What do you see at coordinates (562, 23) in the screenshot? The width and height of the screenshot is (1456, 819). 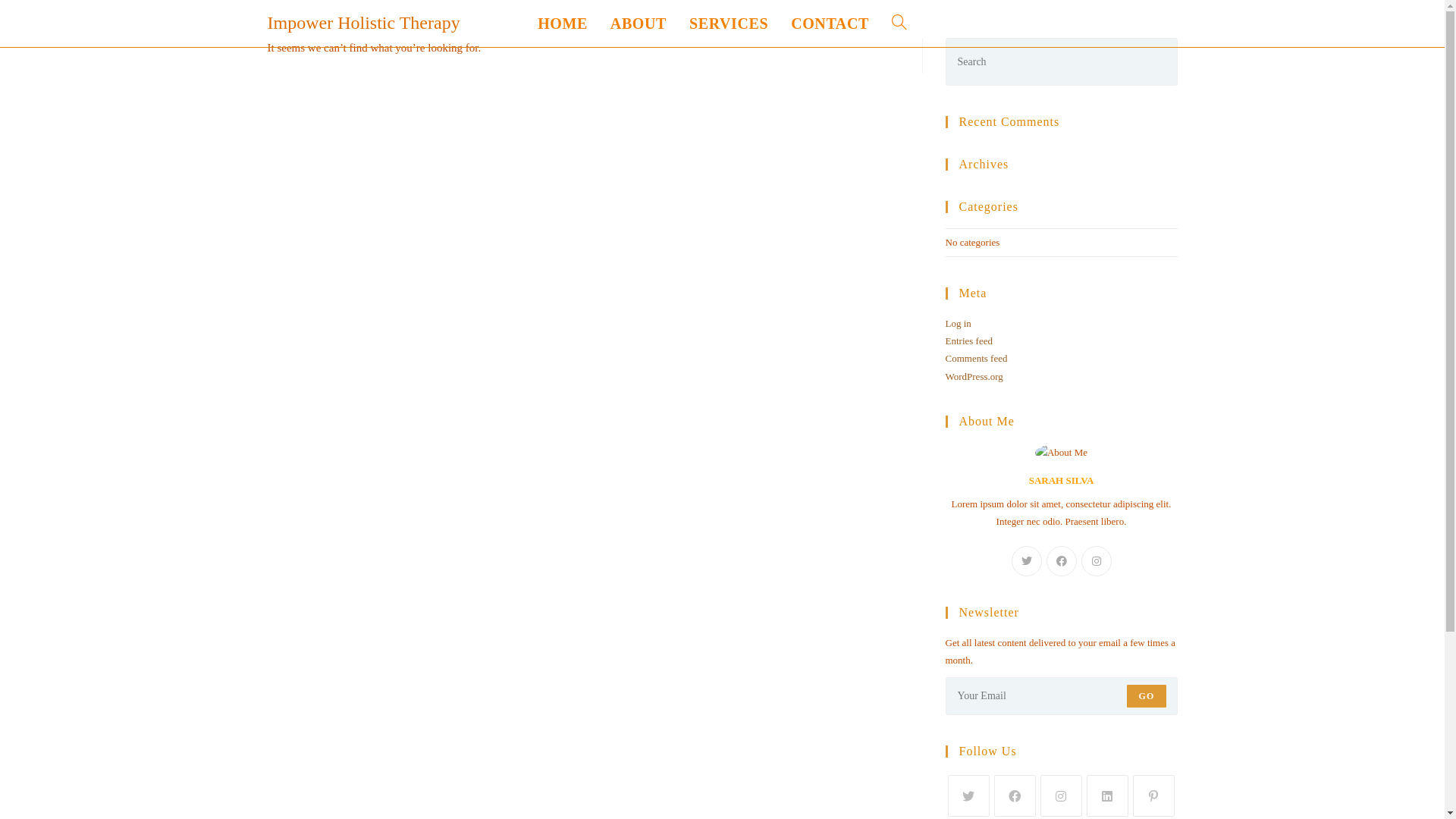 I see `'HOME'` at bounding box center [562, 23].